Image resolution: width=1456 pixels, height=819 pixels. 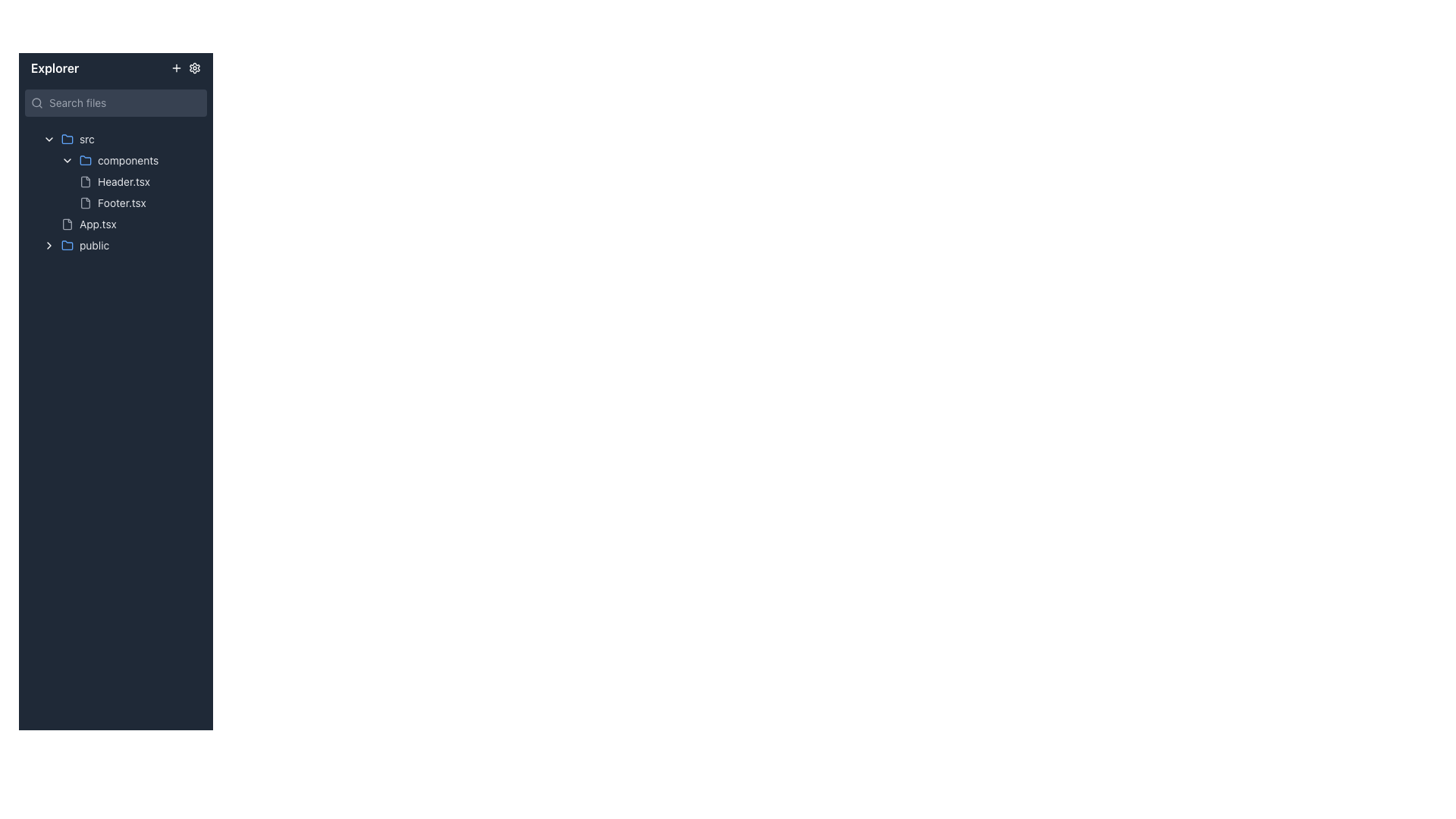 What do you see at coordinates (85, 161) in the screenshot?
I see `the SVG folder icon located near the text 'components'` at bounding box center [85, 161].